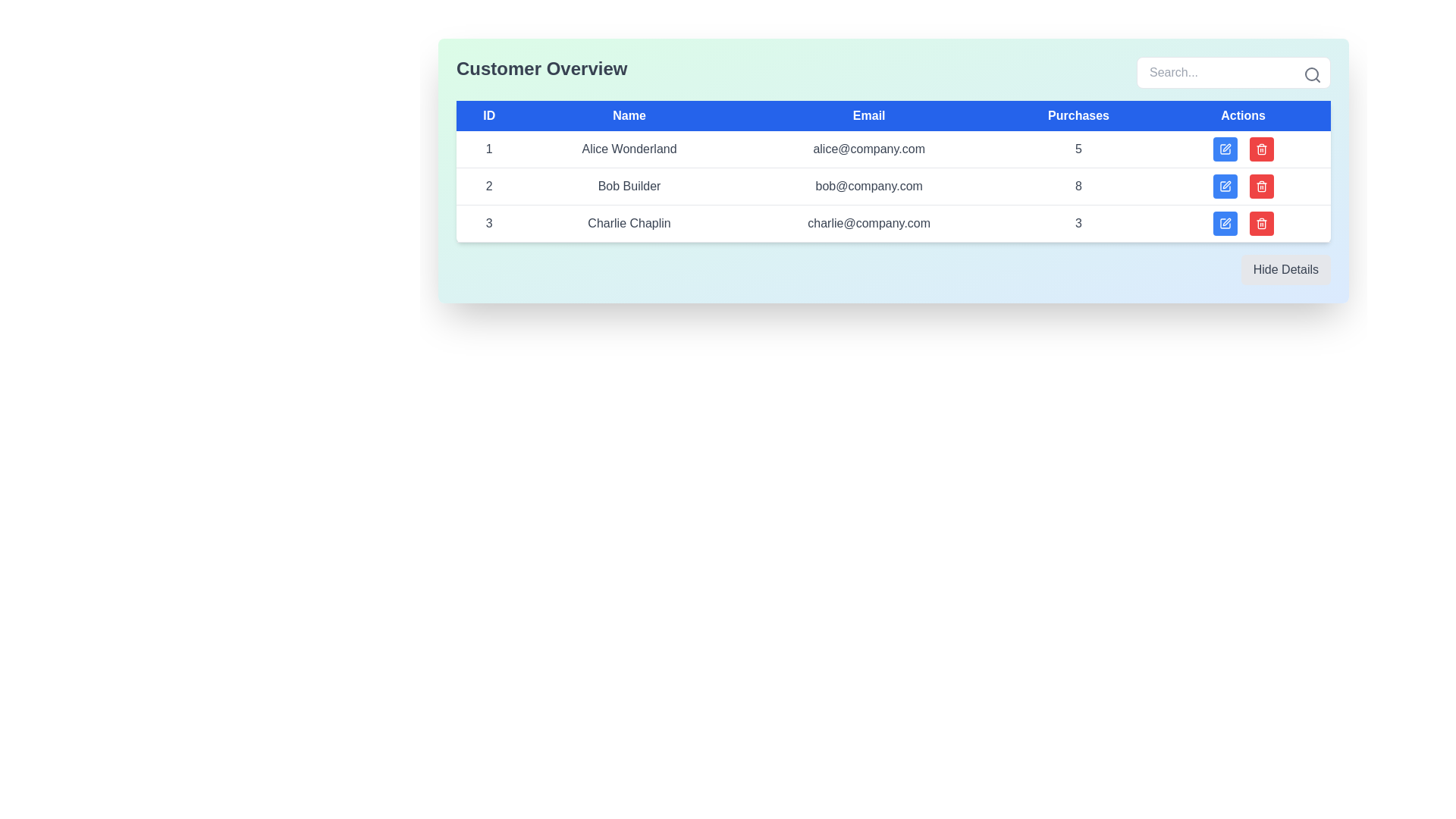 The image size is (1456, 819). Describe the element at coordinates (1310, 74) in the screenshot. I see `the circular part of the magnifying glass icon located at the end of the search bar` at that location.